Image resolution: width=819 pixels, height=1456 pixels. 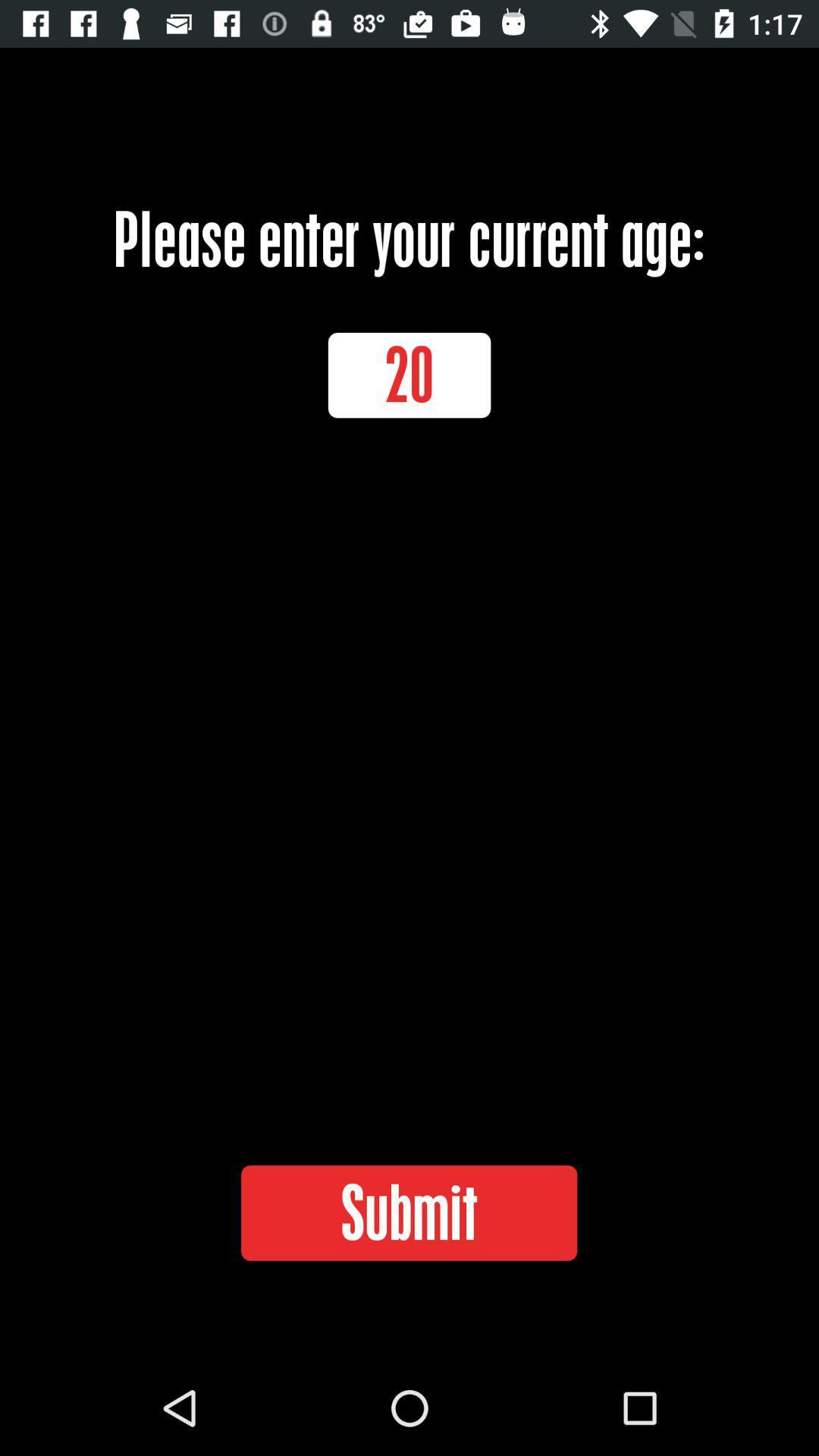 What do you see at coordinates (408, 1212) in the screenshot?
I see `submit item` at bounding box center [408, 1212].